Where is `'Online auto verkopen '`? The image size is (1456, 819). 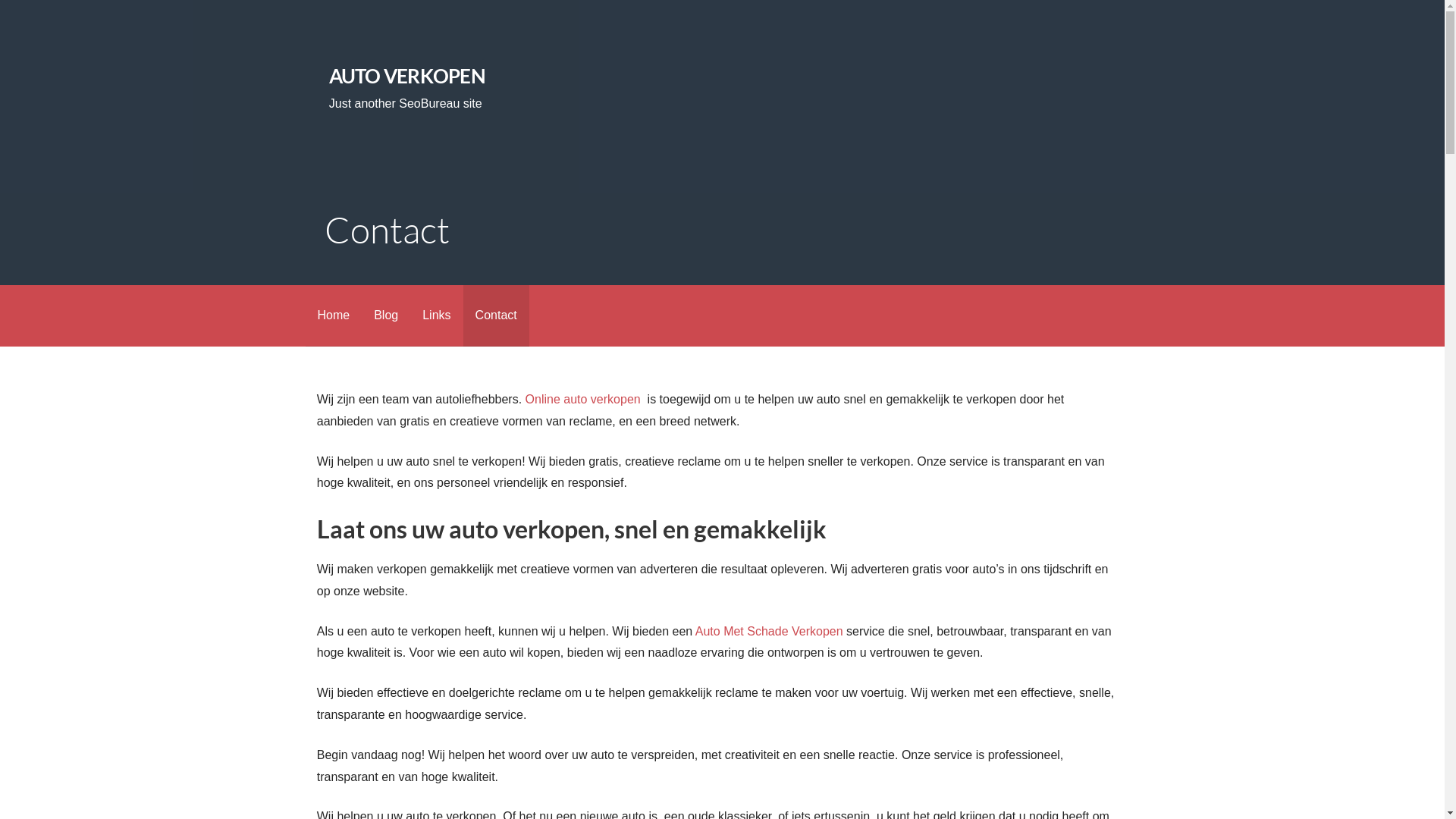 'Online auto verkopen ' is located at coordinates (584, 398).